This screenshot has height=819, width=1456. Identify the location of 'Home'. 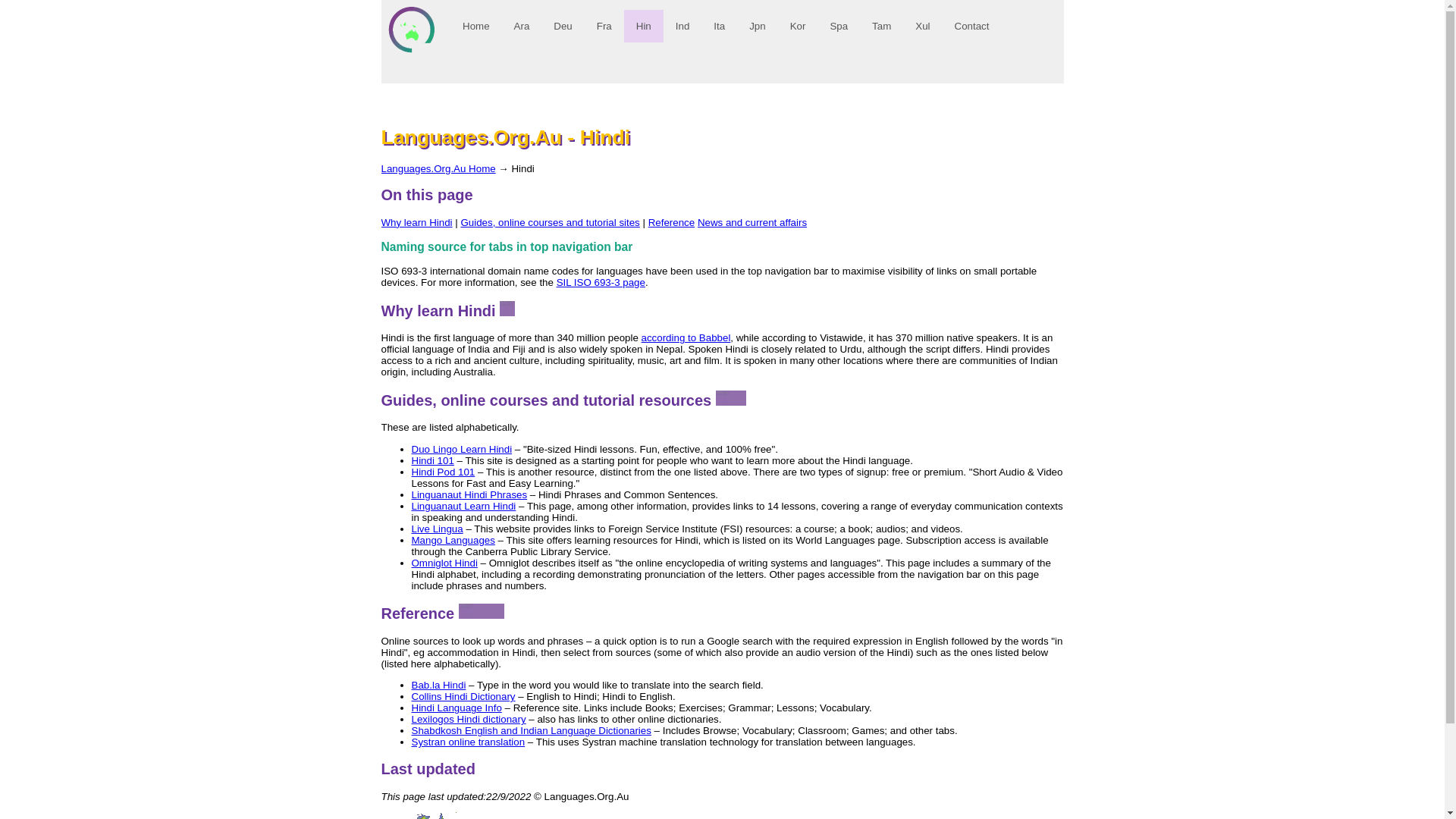
(475, 26).